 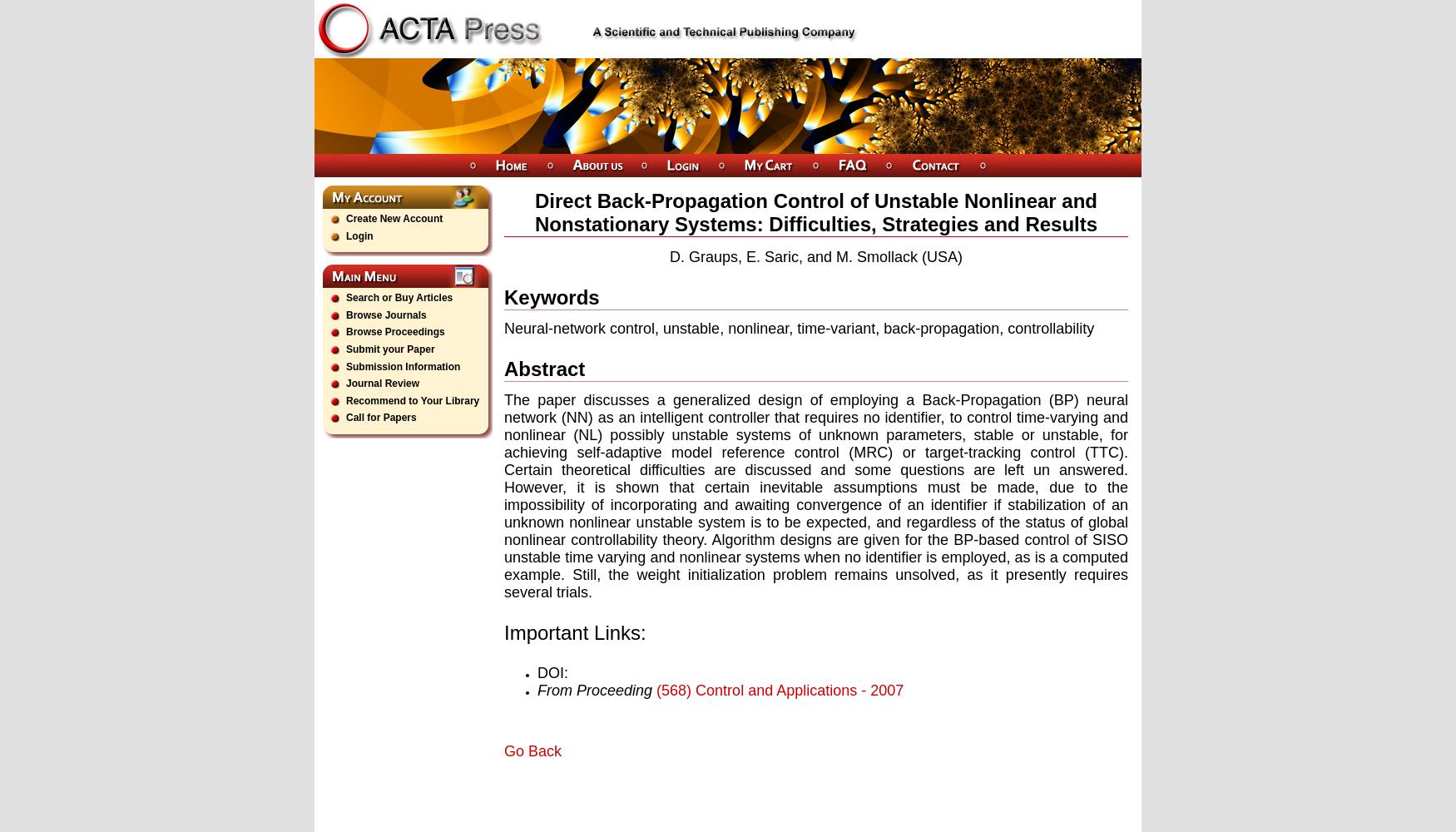 What do you see at coordinates (532, 750) in the screenshot?
I see `'Go Back'` at bounding box center [532, 750].